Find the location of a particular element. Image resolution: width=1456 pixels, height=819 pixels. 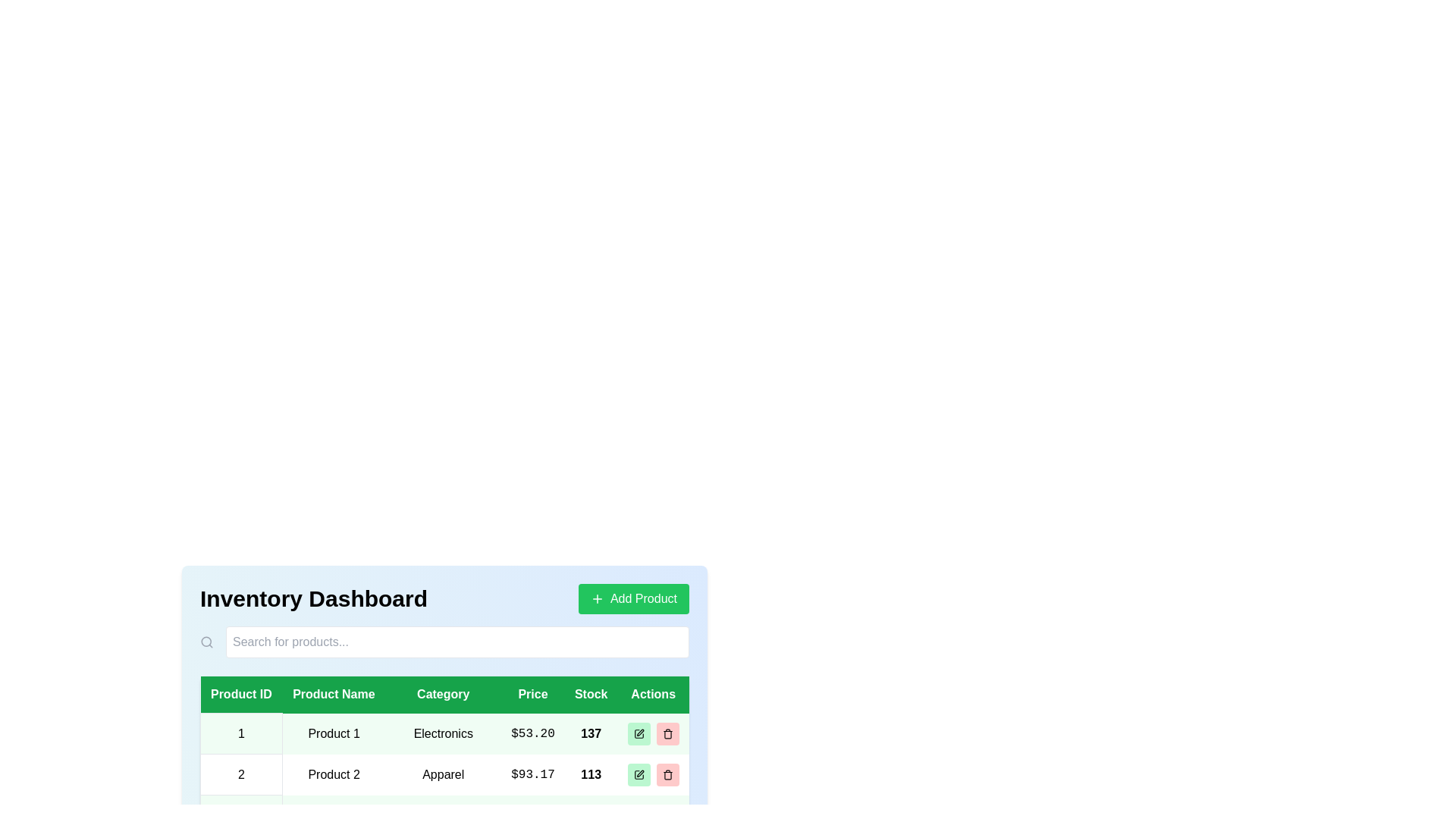

the edit button corresponding to the product in the 'Actions' column is located at coordinates (639, 733).